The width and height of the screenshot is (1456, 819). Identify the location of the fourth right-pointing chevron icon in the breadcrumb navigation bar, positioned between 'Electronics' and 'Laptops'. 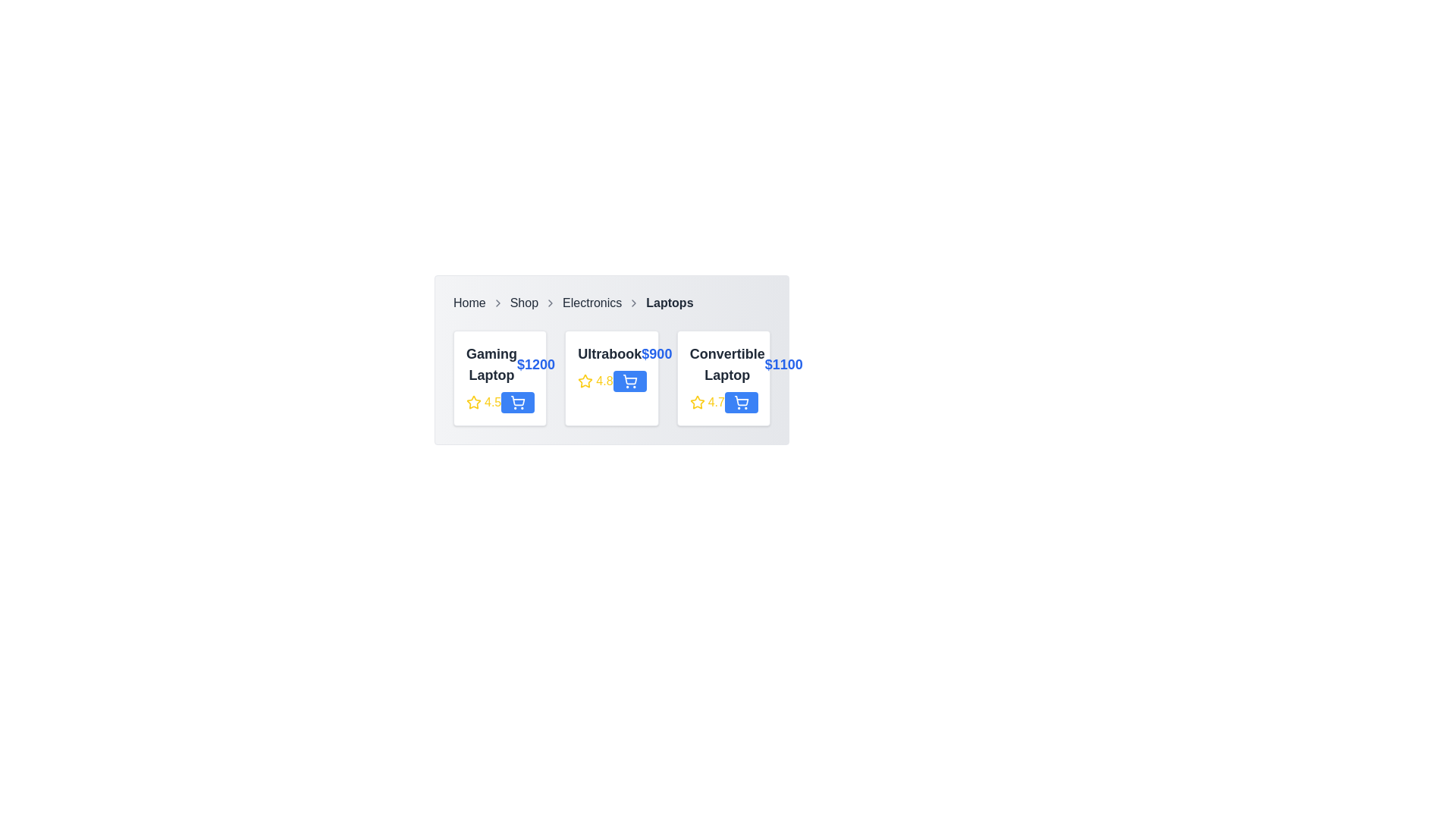
(634, 303).